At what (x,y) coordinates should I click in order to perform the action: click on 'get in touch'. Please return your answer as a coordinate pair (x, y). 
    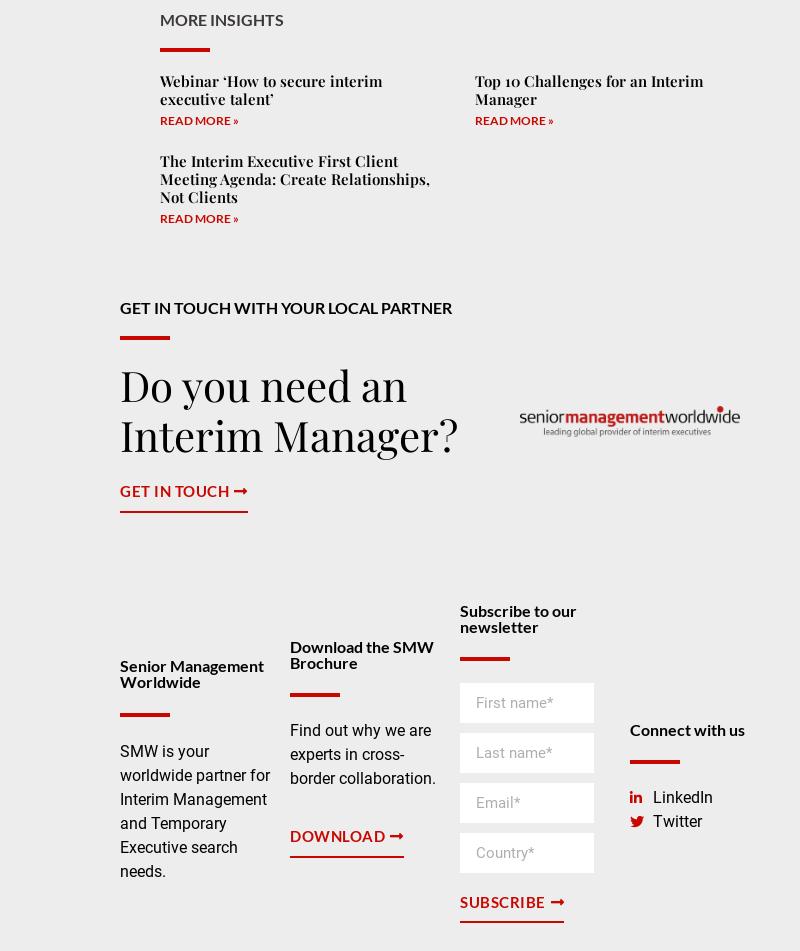
    Looking at the image, I should click on (173, 490).